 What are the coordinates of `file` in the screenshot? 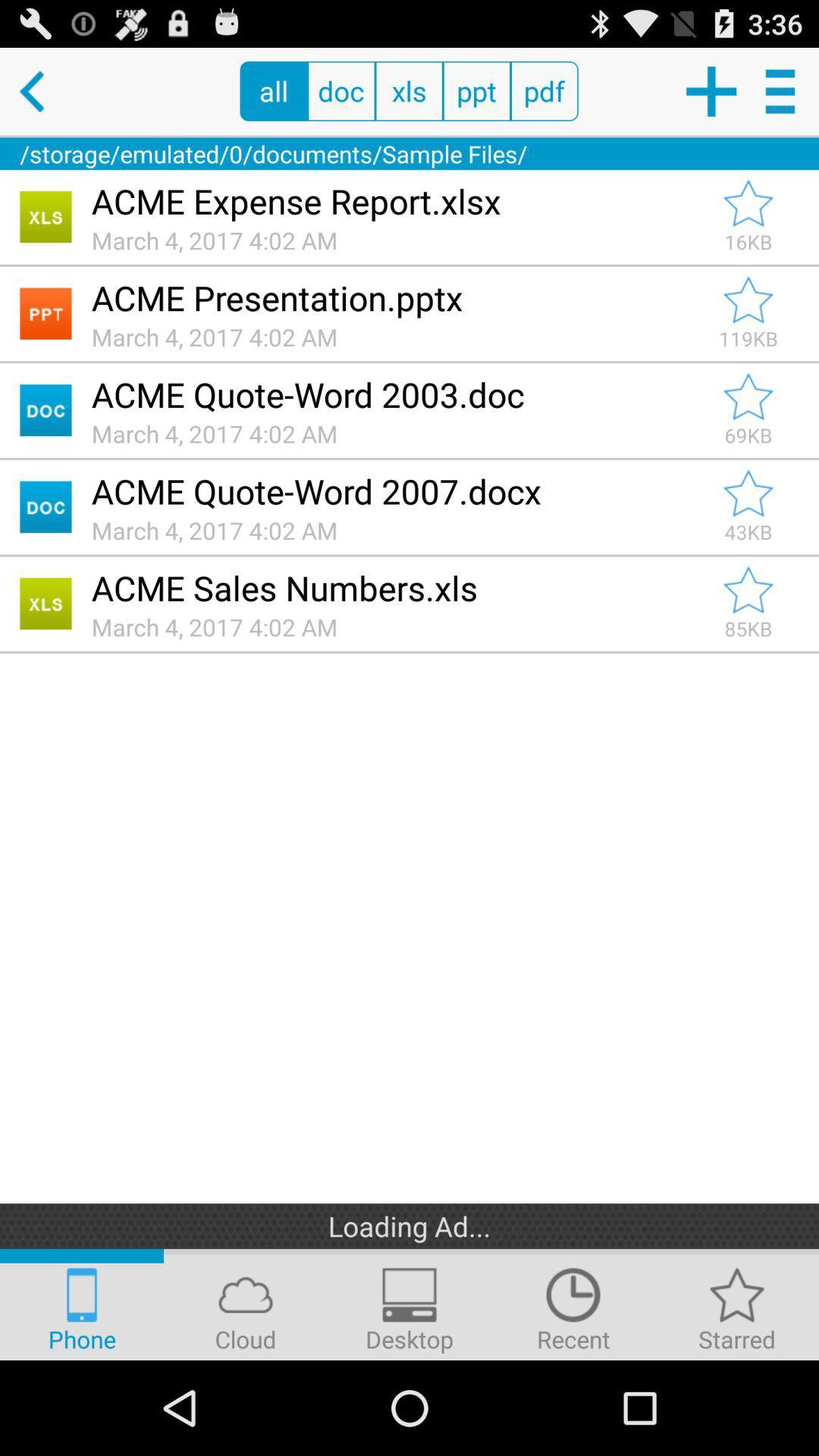 It's located at (748, 494).